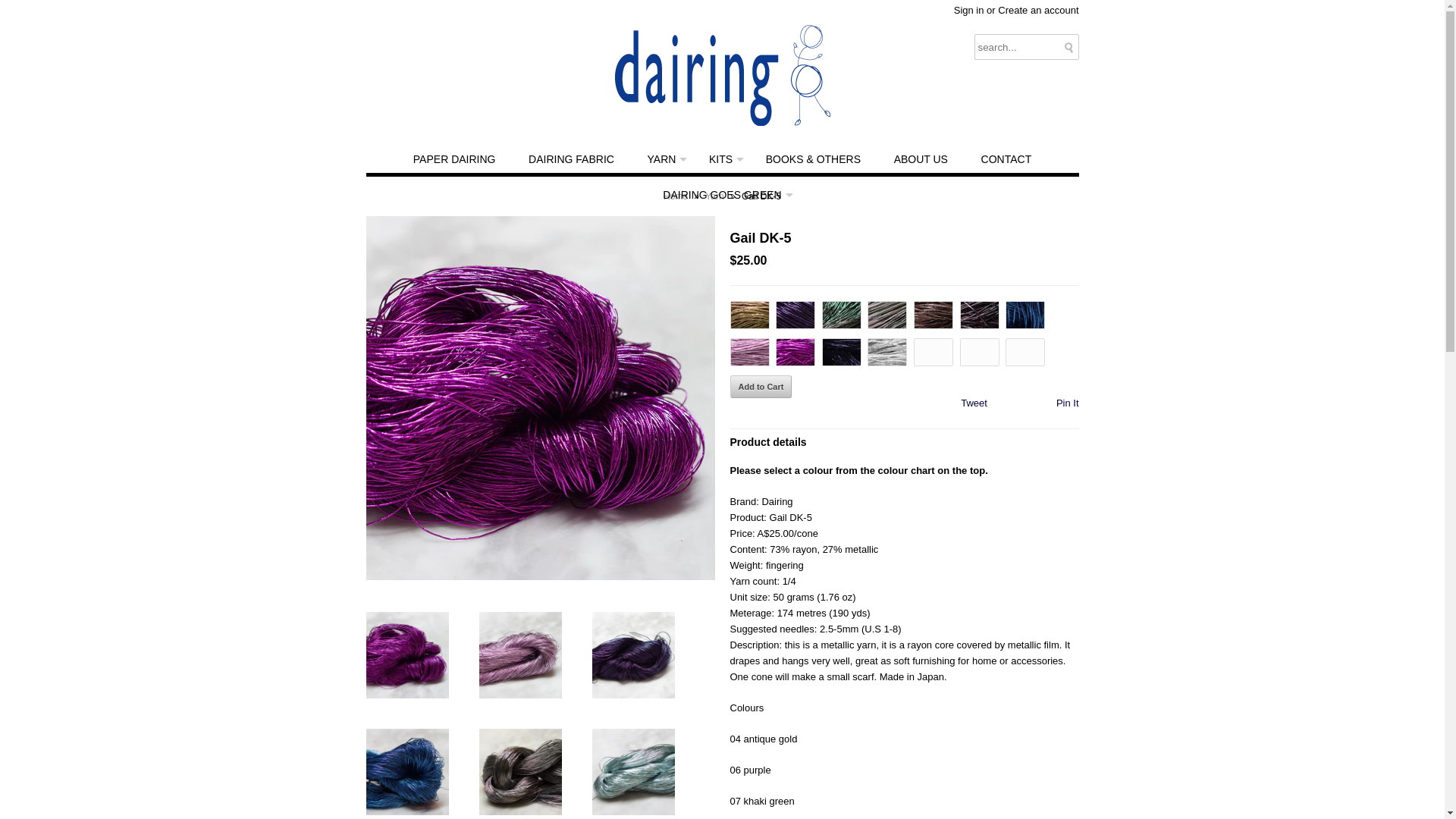 This screenshot has width=1456, height=819. What do you see at coordinates (453, 159) in the screenshot?
I see `'PAPER DAIRING'` at bounding box center [453, 159].